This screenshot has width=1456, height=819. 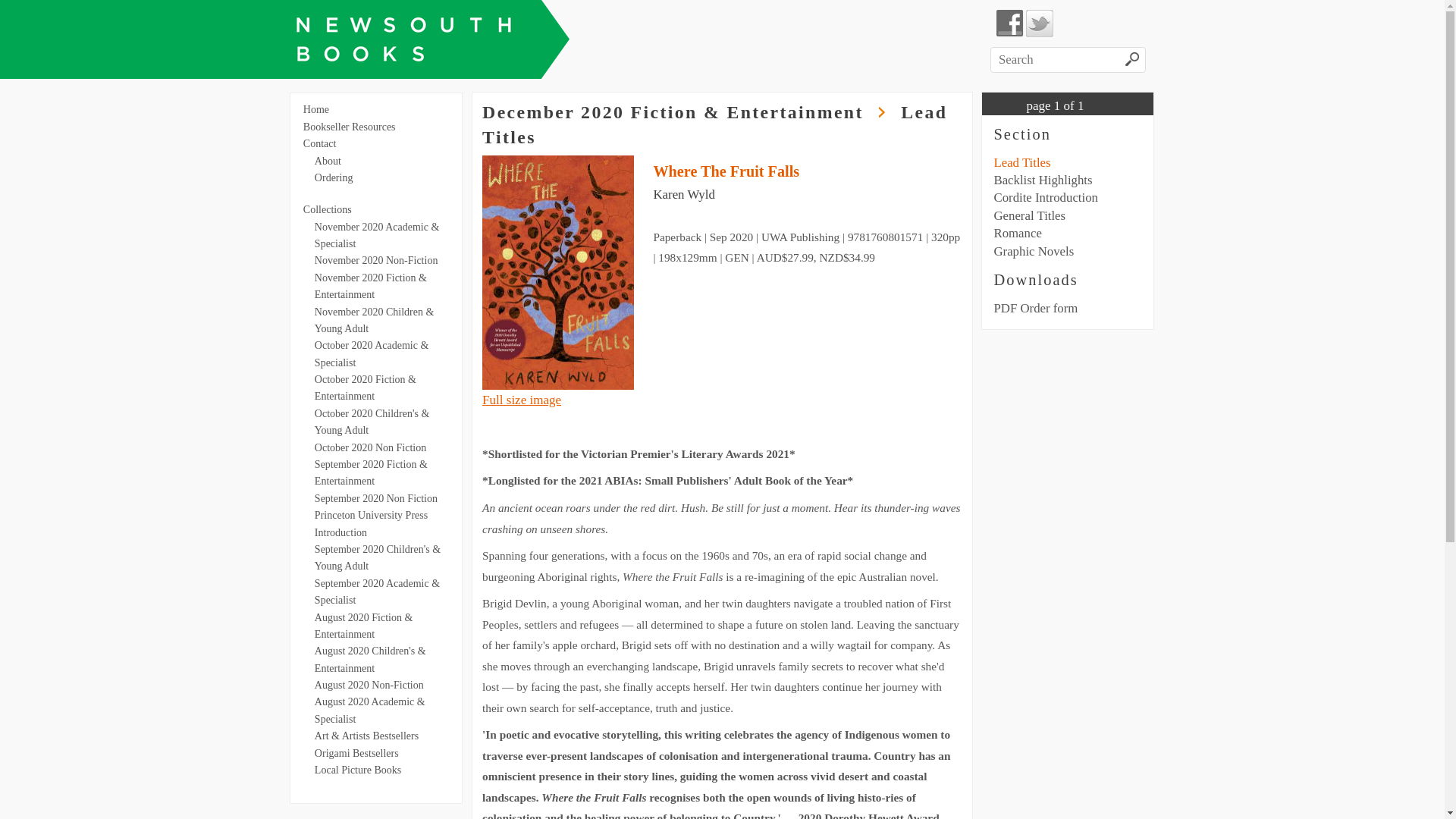 What do you see at coordinates (993, 215) in the screenshot?
I see `'General Titles'` at bounding box center [993, 215].